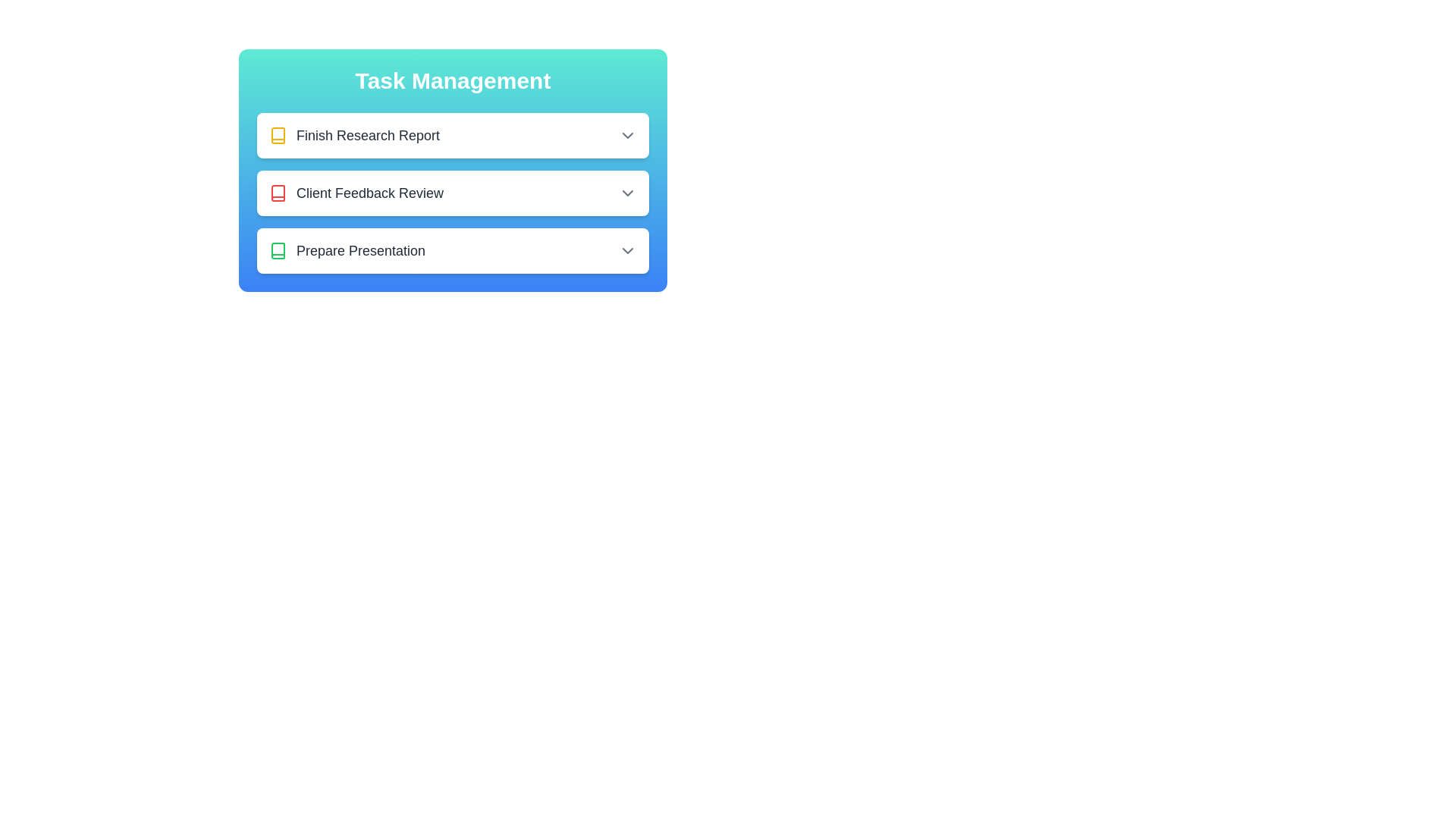  What do you see at coordinates (628, 250) in the screenshot?
I see `the dropdown button for the task titled Prepare Presentation to toggle its details` at bounding box center [628, 250].